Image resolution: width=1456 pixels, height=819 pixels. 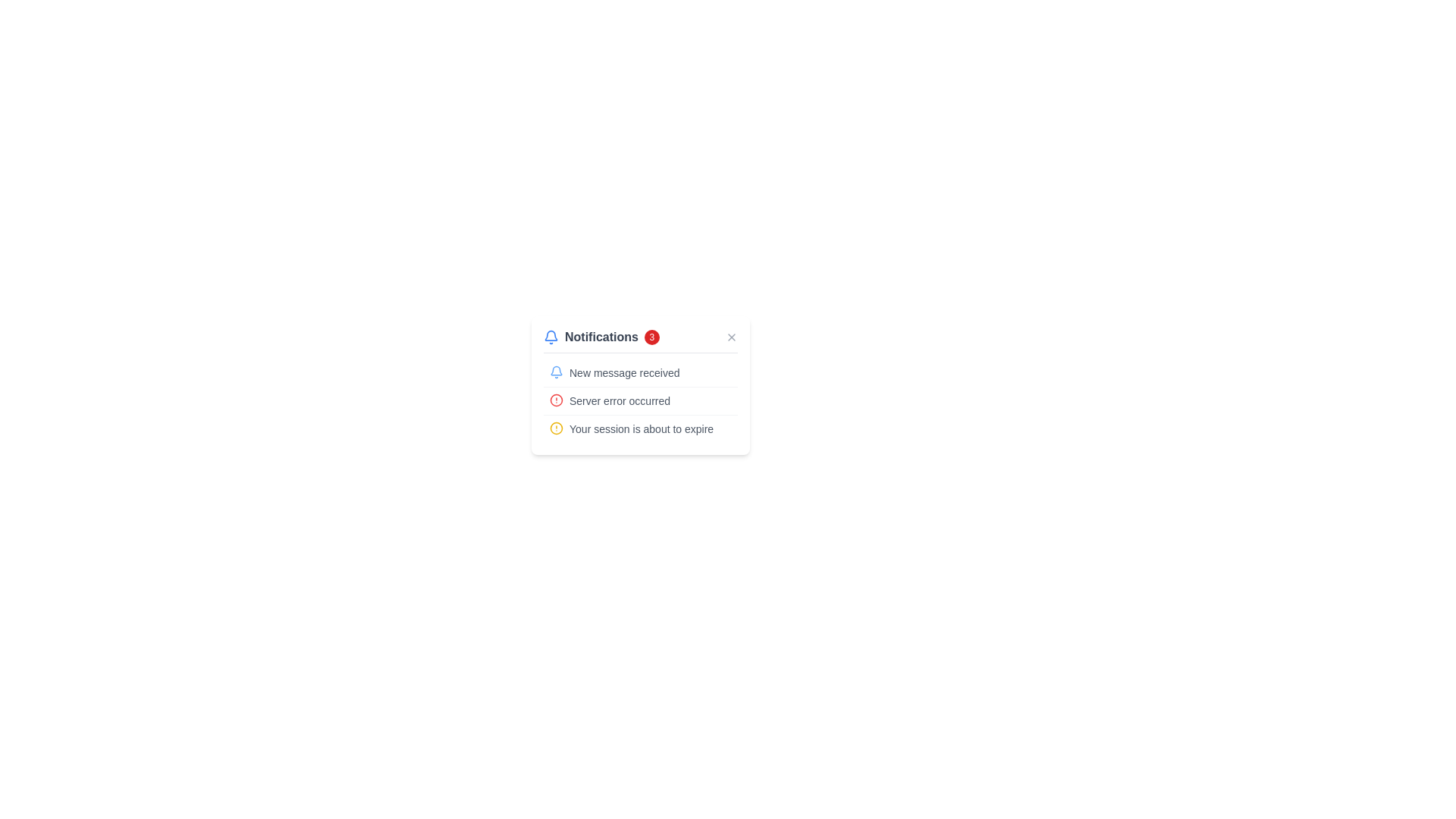 What do you see at coordinates (642, 429) in the screenshot?
I see `the static text label that reads 'Your session is about to expire', which is aligned to the right of a yellow circular icon and located at the bottom of the notification list` at bounding box center [642, 429].